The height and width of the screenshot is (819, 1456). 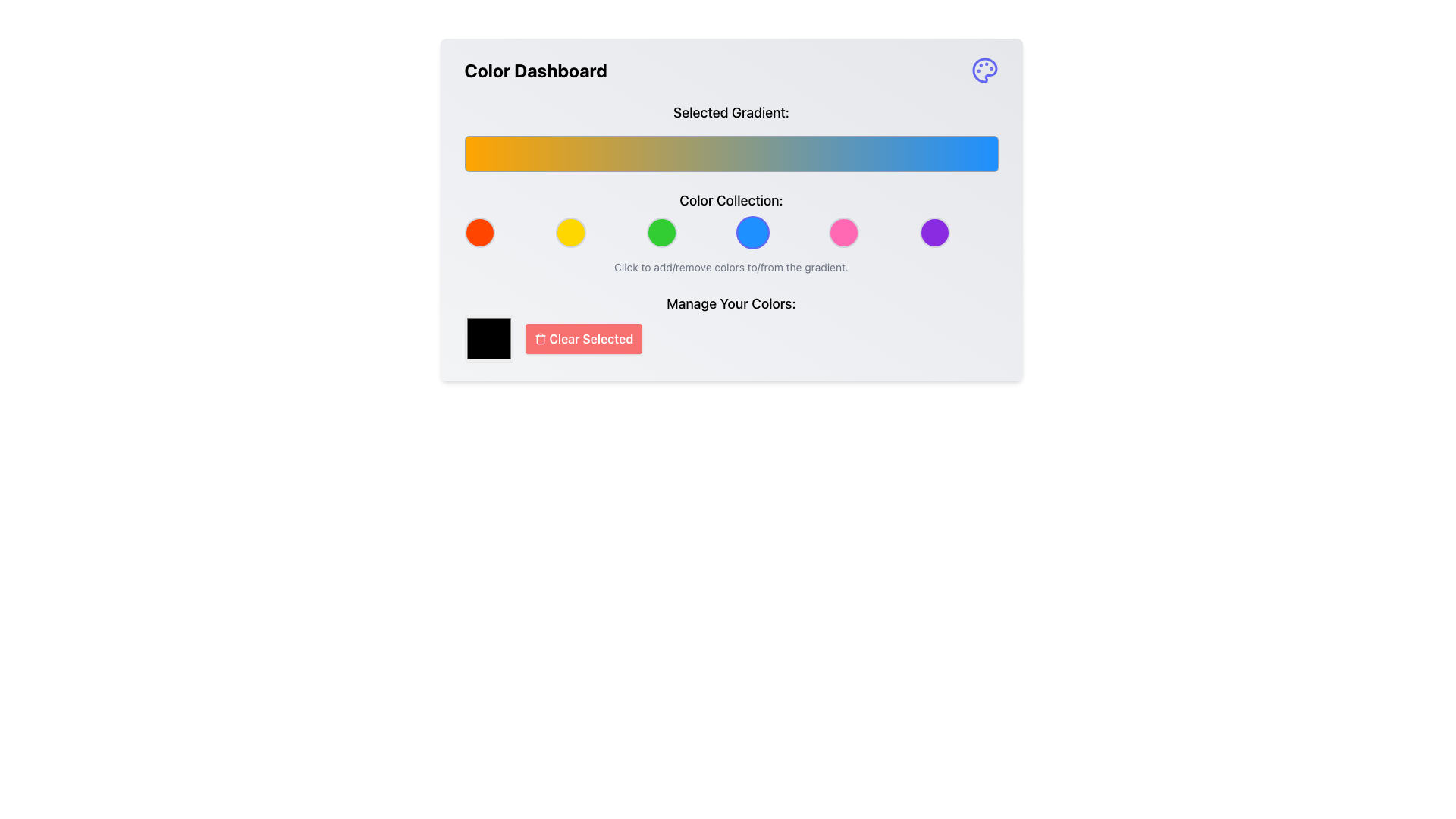 I want to click on the color display box located to the left of the 'Clear Selected' button, so click(x=488, y=338).